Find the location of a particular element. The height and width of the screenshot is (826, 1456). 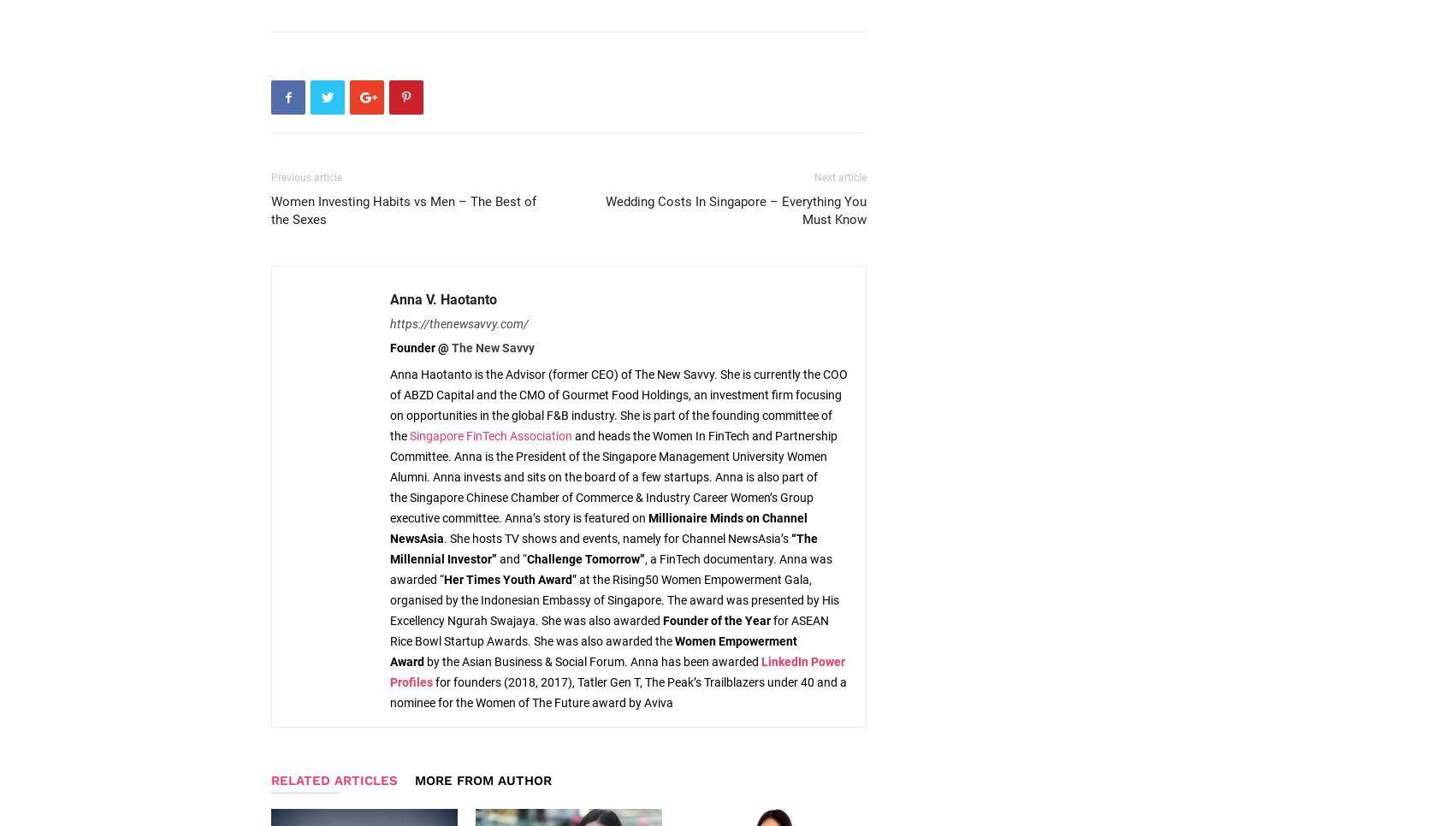

'for ASEAN Rice Bowl Startup Awards. She was also awarded the' is located at coordinates (608, 631).